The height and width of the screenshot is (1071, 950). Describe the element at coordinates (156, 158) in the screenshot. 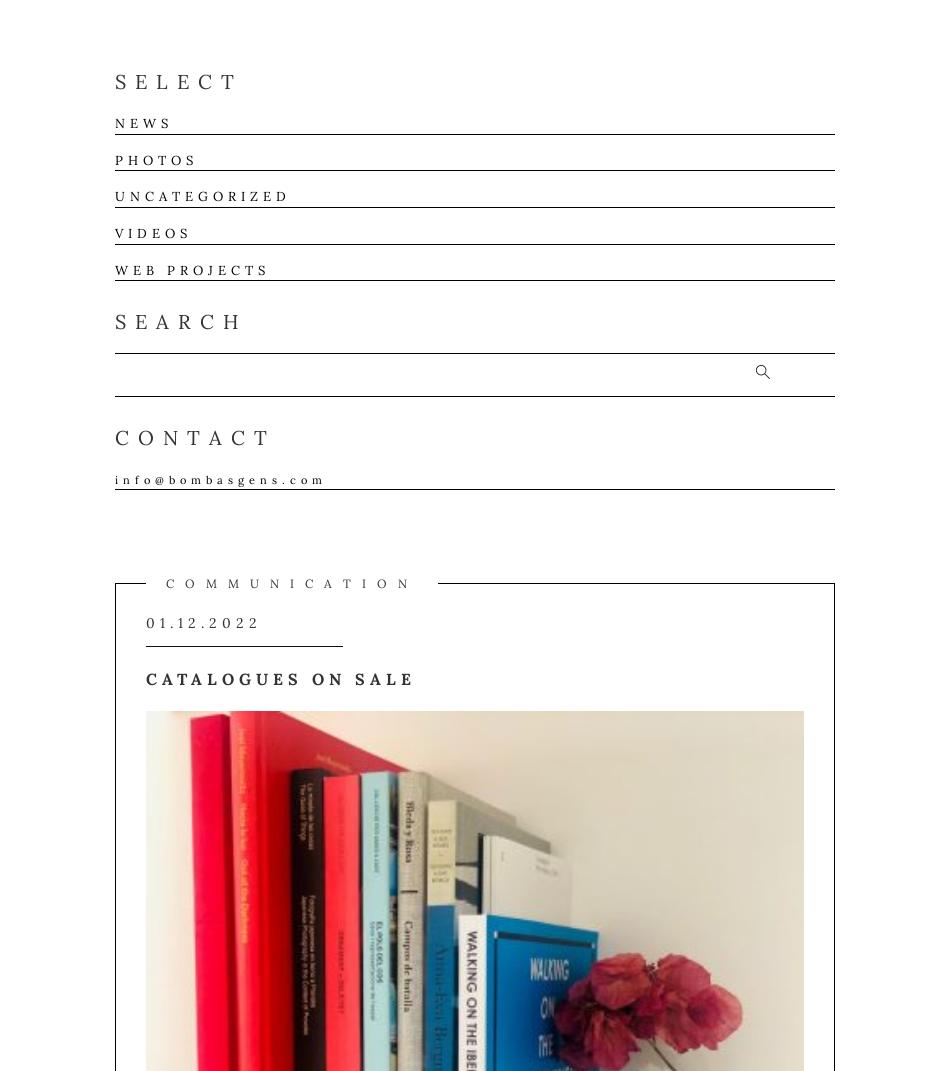

I see `'Photos'` at that location.